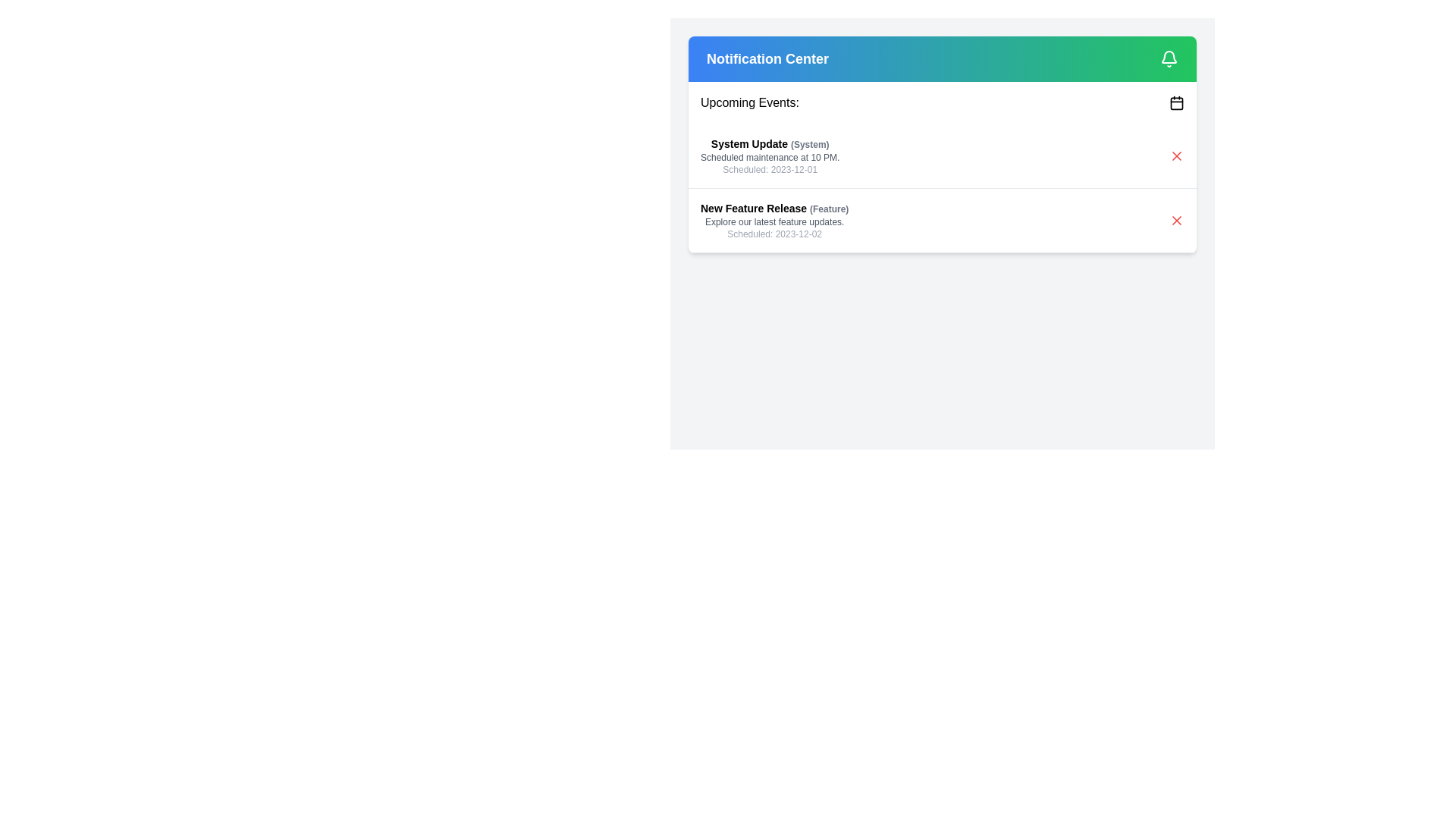 This screenshot has width=1456, height=819. I want to click on the upper arc of the bell-shaped icon in the top-right corner of the Notification Center interface, which is styled with a green background and thin outlines, so click(1168, 56).